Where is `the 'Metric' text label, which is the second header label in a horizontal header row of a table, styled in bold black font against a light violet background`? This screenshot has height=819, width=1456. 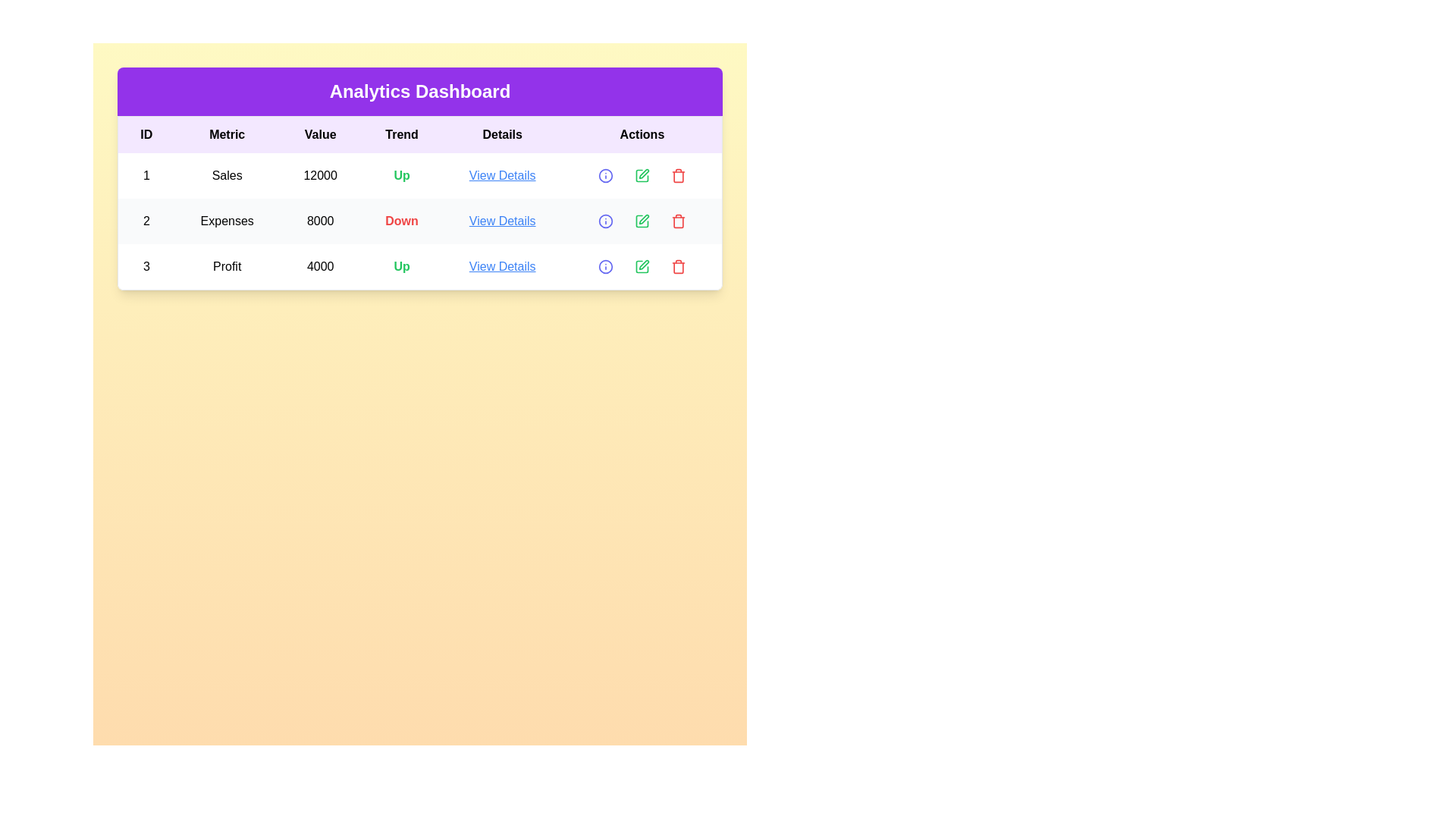
the 'Metric' text label, which is the second header label in a horizontal header row of a table, styled in bold black font against a light violet background is located at coordinates (226, 133).